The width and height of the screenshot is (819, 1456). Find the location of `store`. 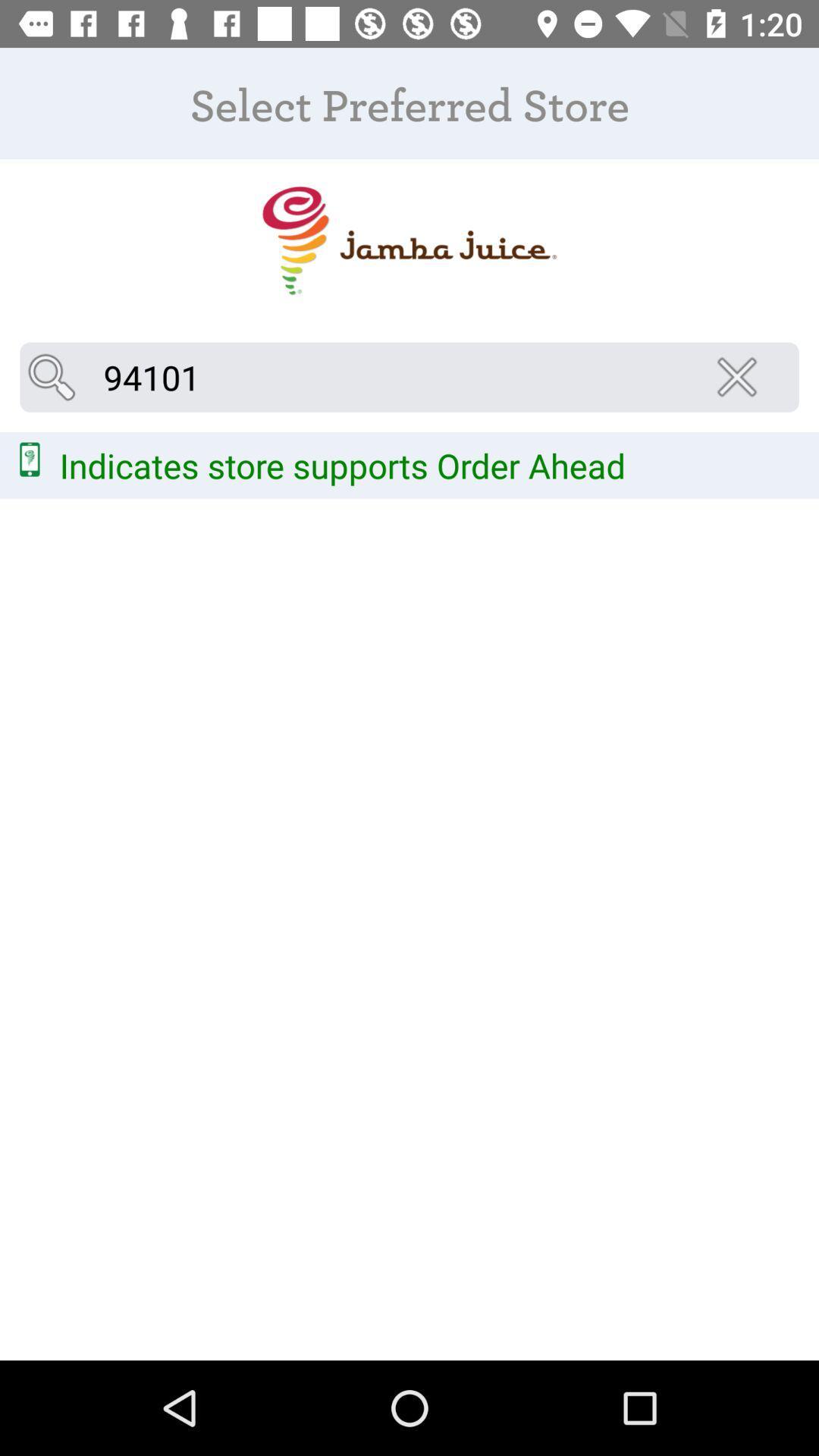

store is located at coordinates (408, 240).